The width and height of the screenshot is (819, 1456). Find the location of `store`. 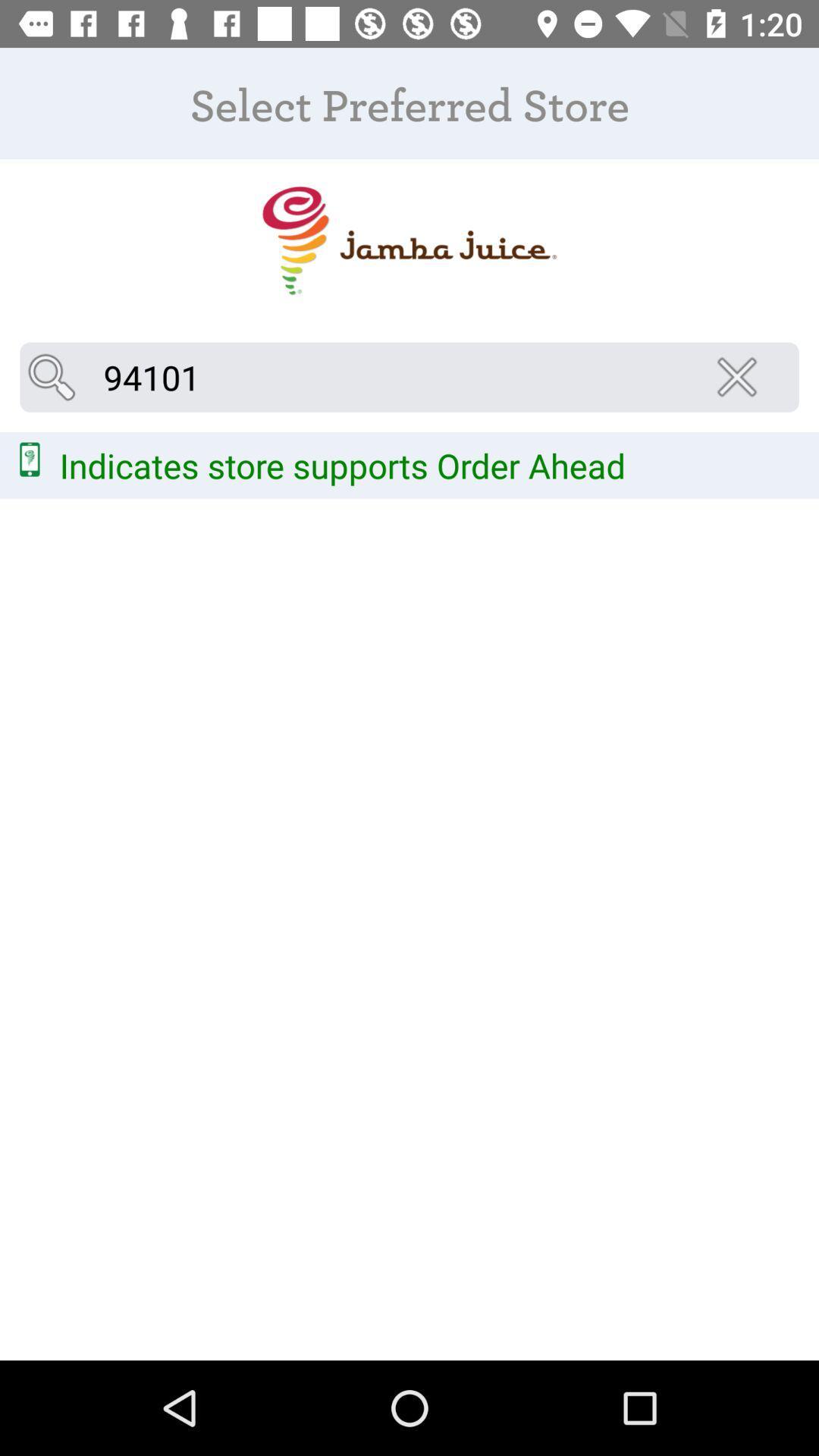

store is located at coordinates (408, 240).